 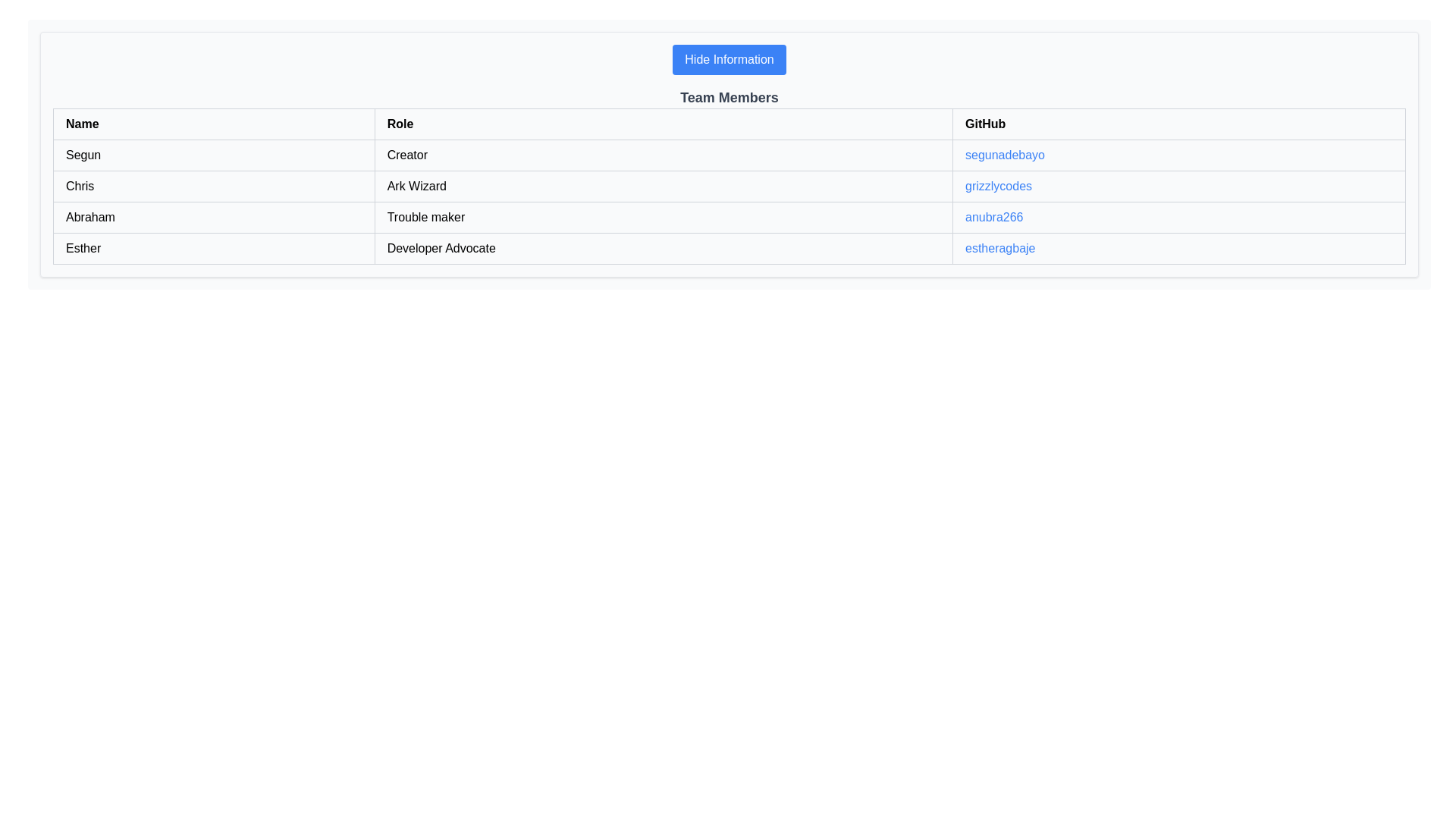 I want to click on the hyperlink in the first row of the 'GitHub' column that directs to the GitHub profile of 'segunadebayo', so click(x=1005, y=155).